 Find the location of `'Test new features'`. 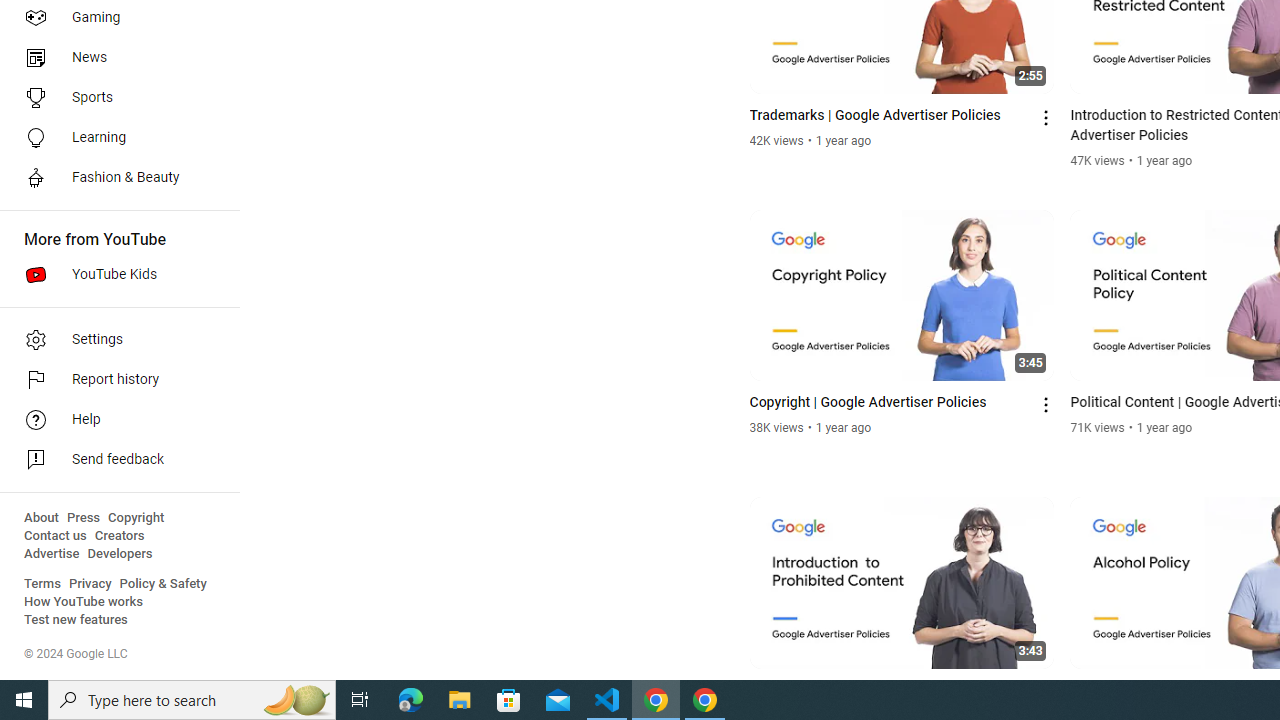

'Test new features' is located at coordinates (76, 619).